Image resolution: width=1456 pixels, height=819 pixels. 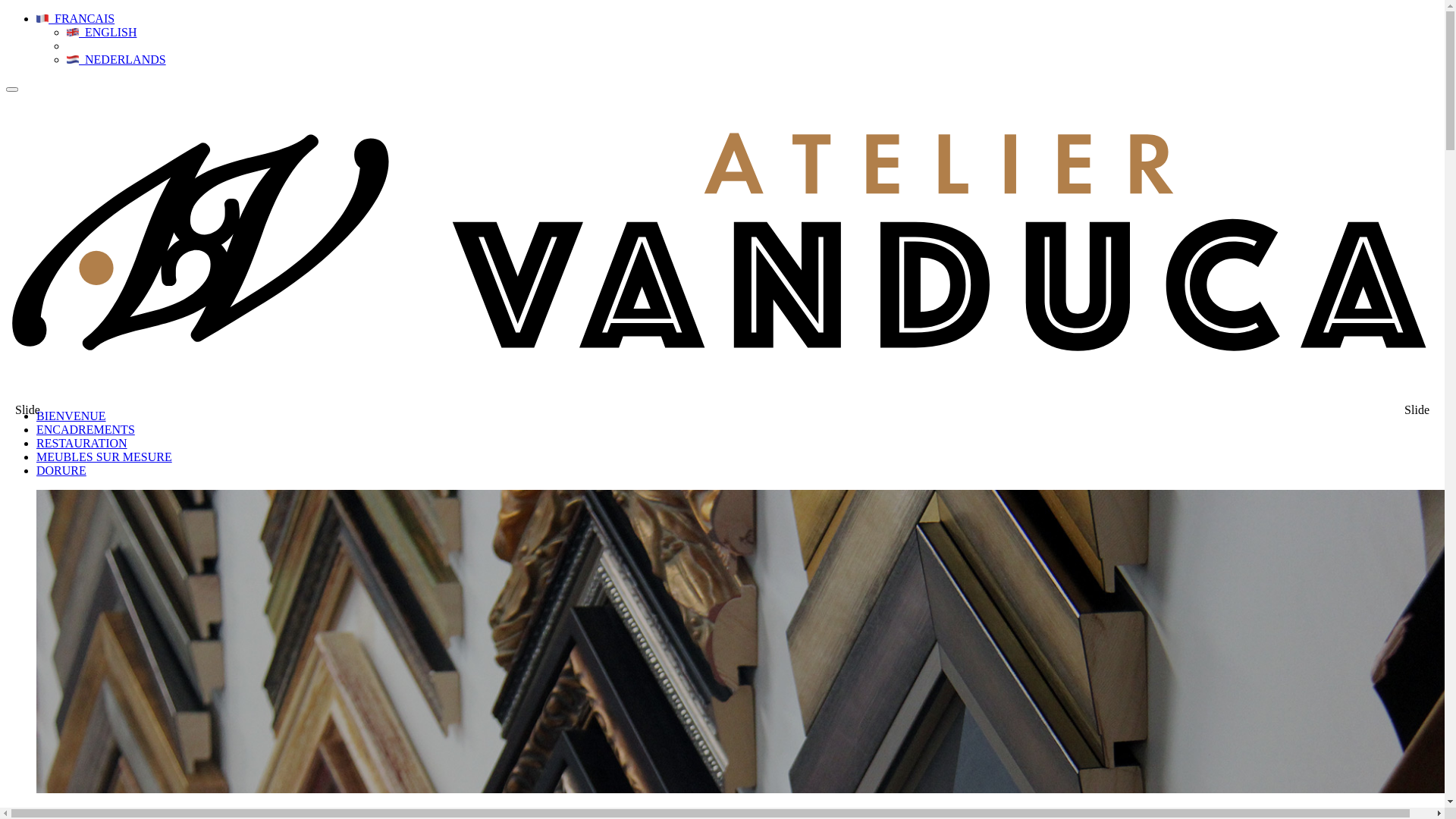 What do you see at coordinates (61, 469) in the screenshot?
I see `'DORURE'` at bounding box center [61, 469].